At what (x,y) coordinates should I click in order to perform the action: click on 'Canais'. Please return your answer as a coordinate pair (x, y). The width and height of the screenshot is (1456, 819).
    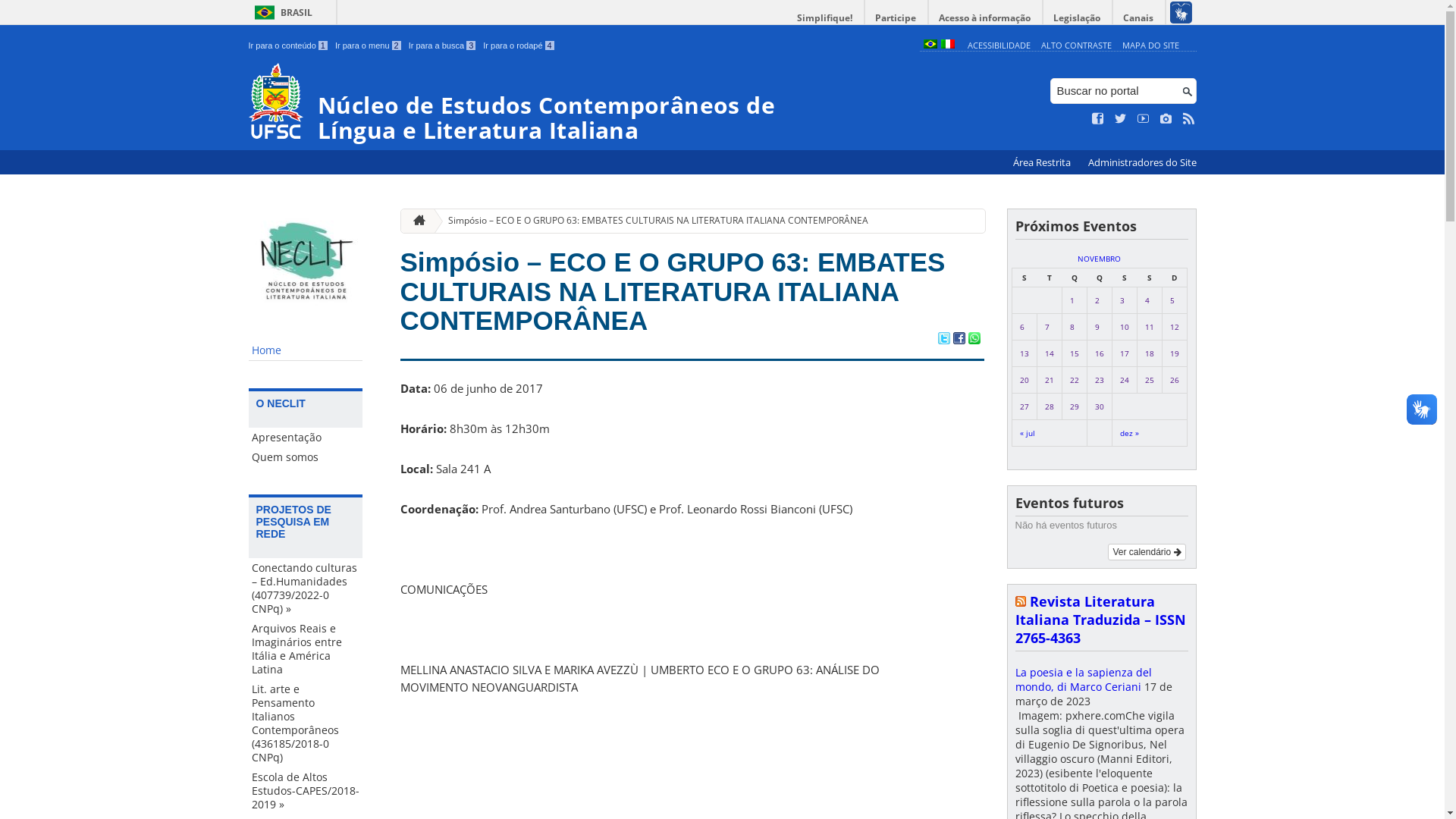
    Looking at the image, I should click on (1139, 17).